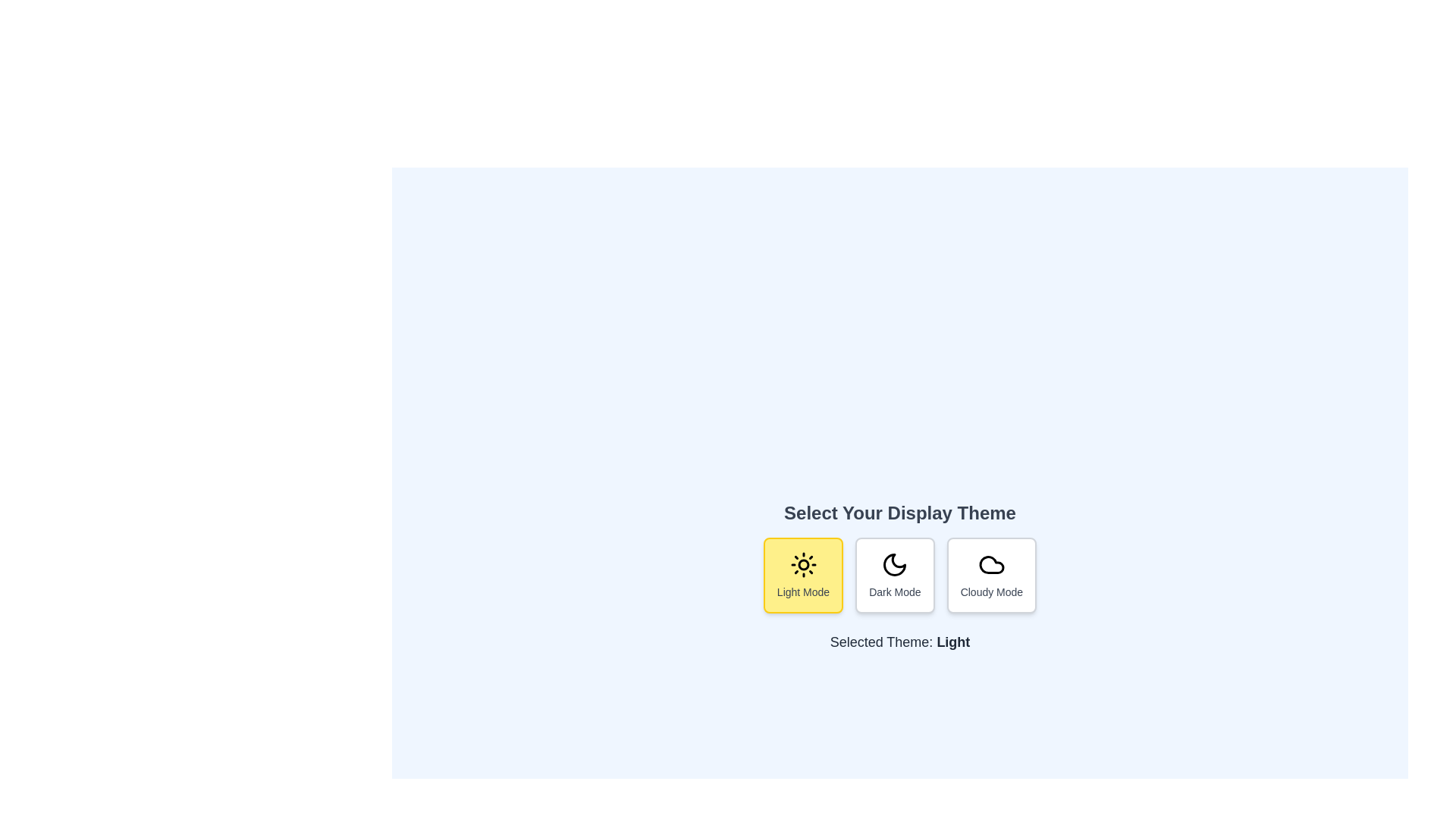 The height and width of the screenshot is (819, 1456). What do you see at coordinates (991, 576) in the screenshot?
I see `the Cloudy Mode button to see its hover effect` at bounding box center [991, 576].